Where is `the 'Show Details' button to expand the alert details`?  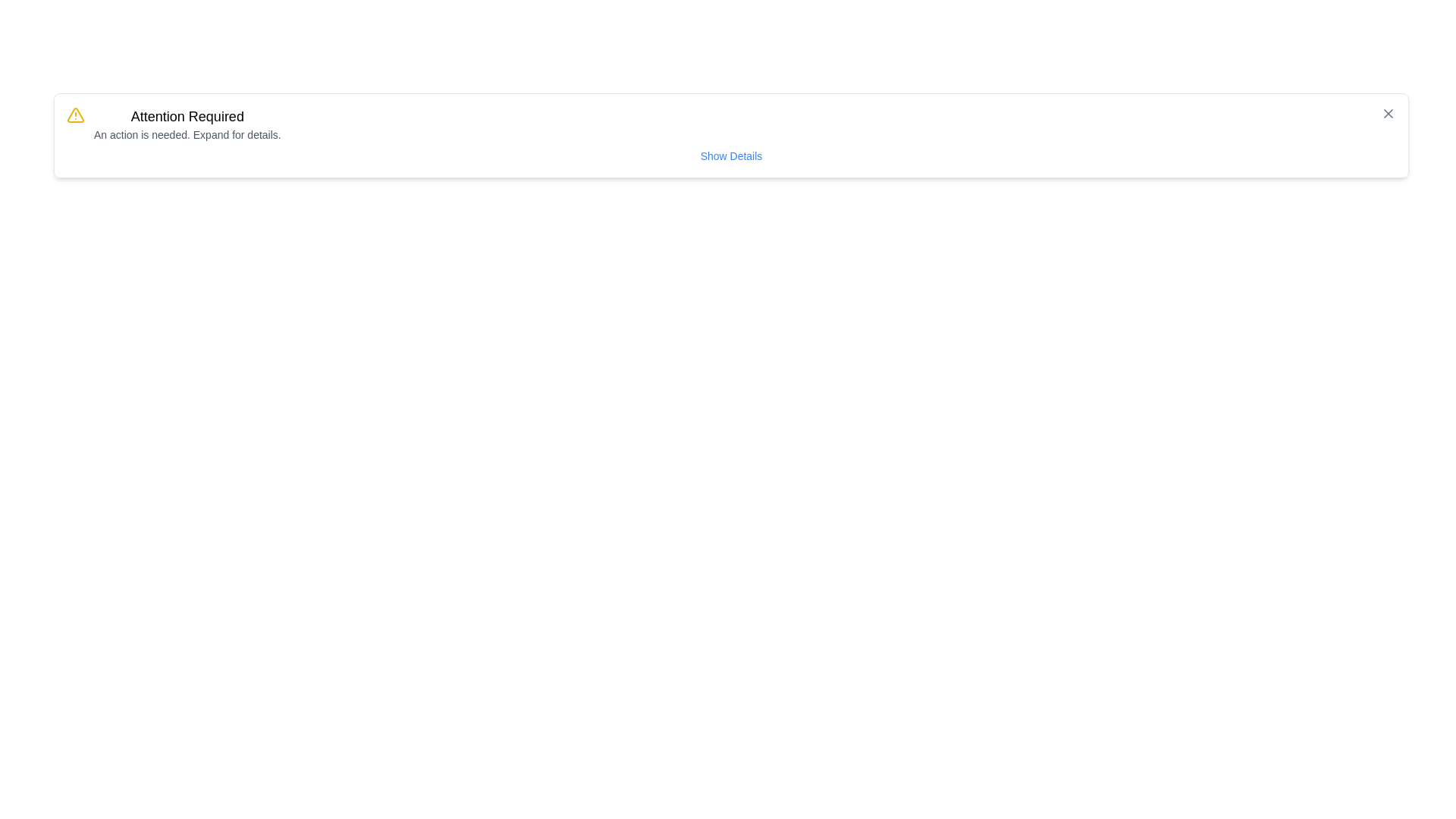 the 'Show Details' button to expand the alert details is located at coordinates (731, 155).